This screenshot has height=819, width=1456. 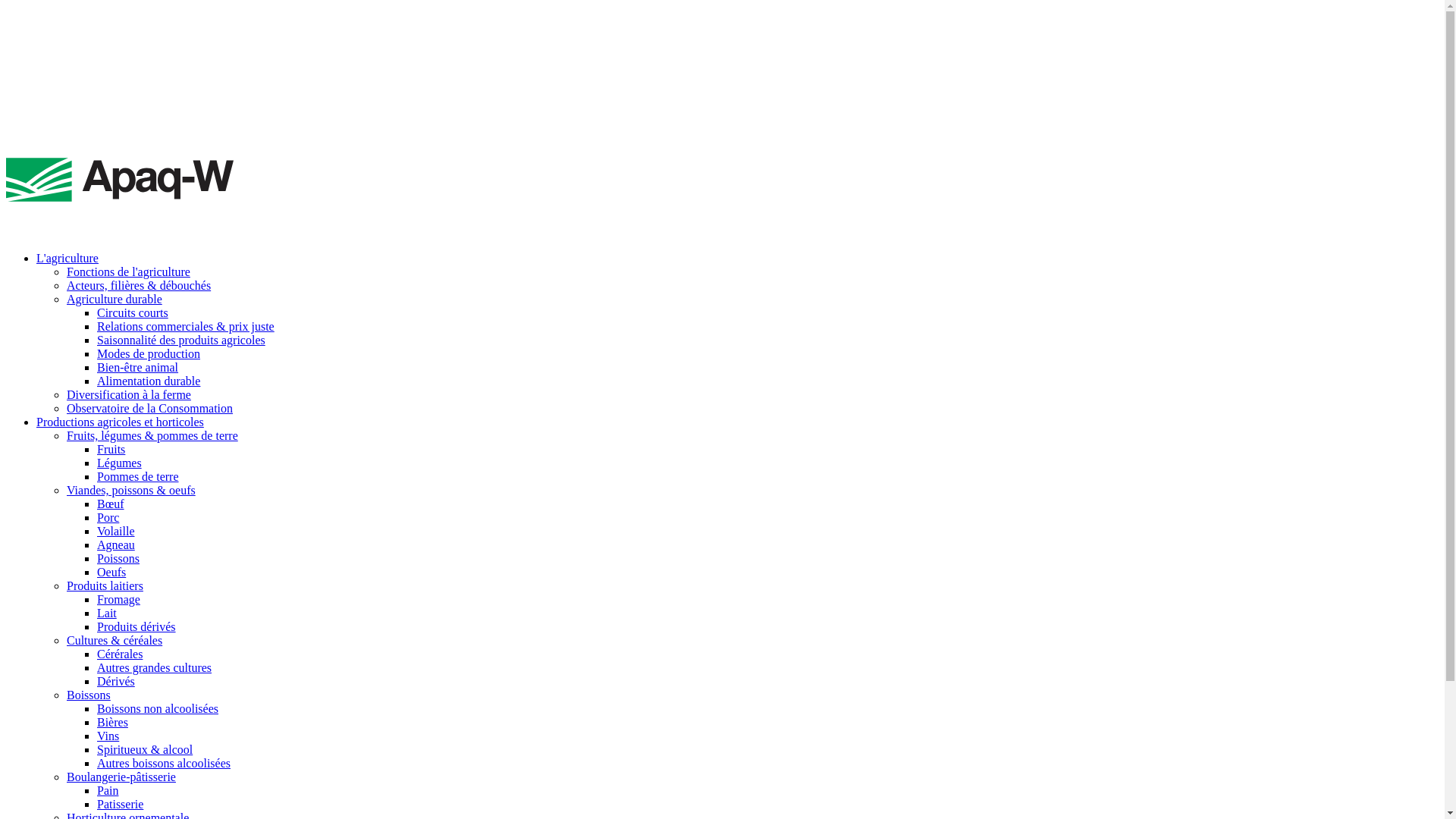 What do you see at coordinates (96, 612) in the screenshot?
I see `'Lait'` at bounding box center [96, 612].